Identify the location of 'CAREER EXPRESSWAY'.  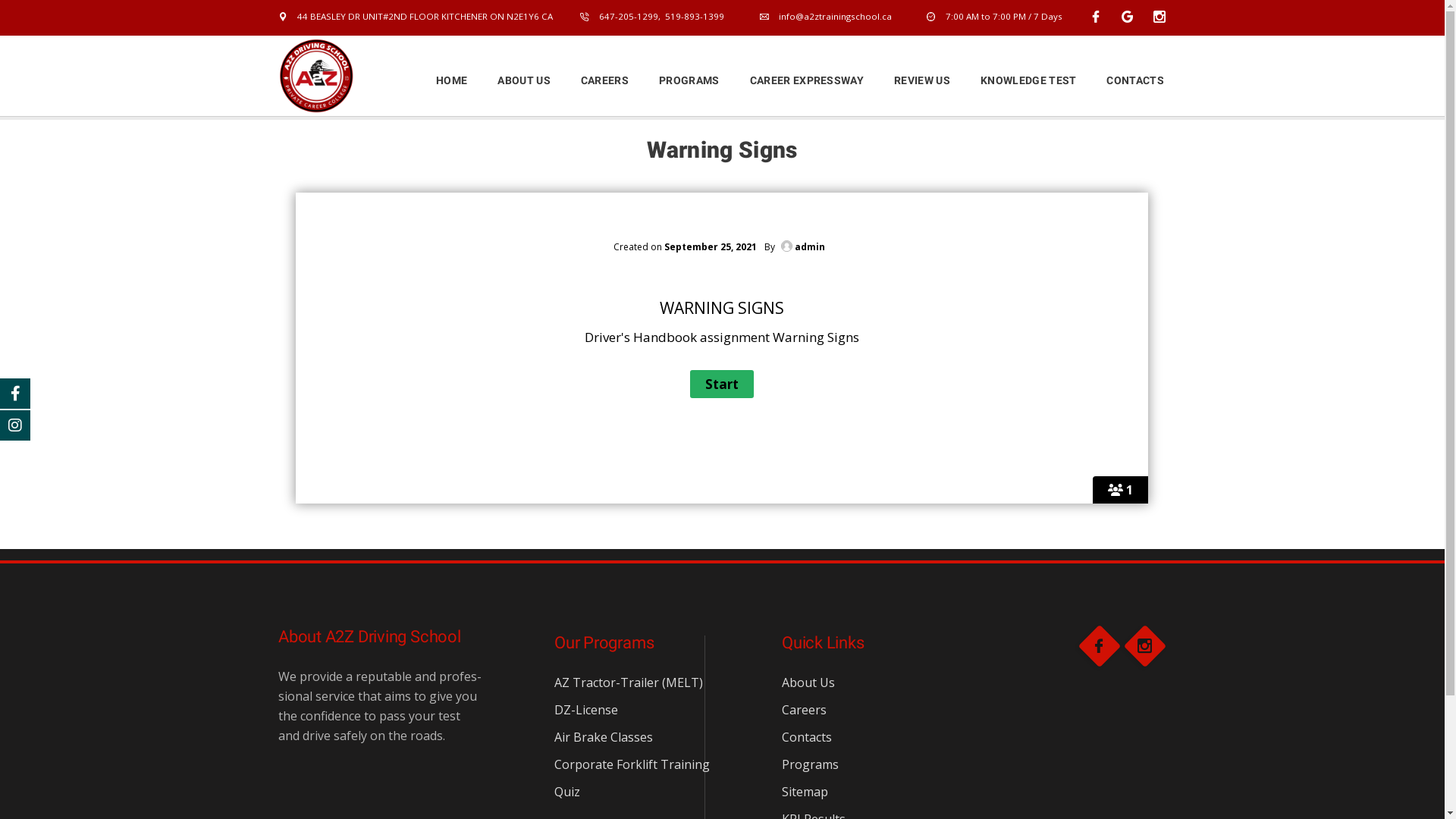
(806, 80).